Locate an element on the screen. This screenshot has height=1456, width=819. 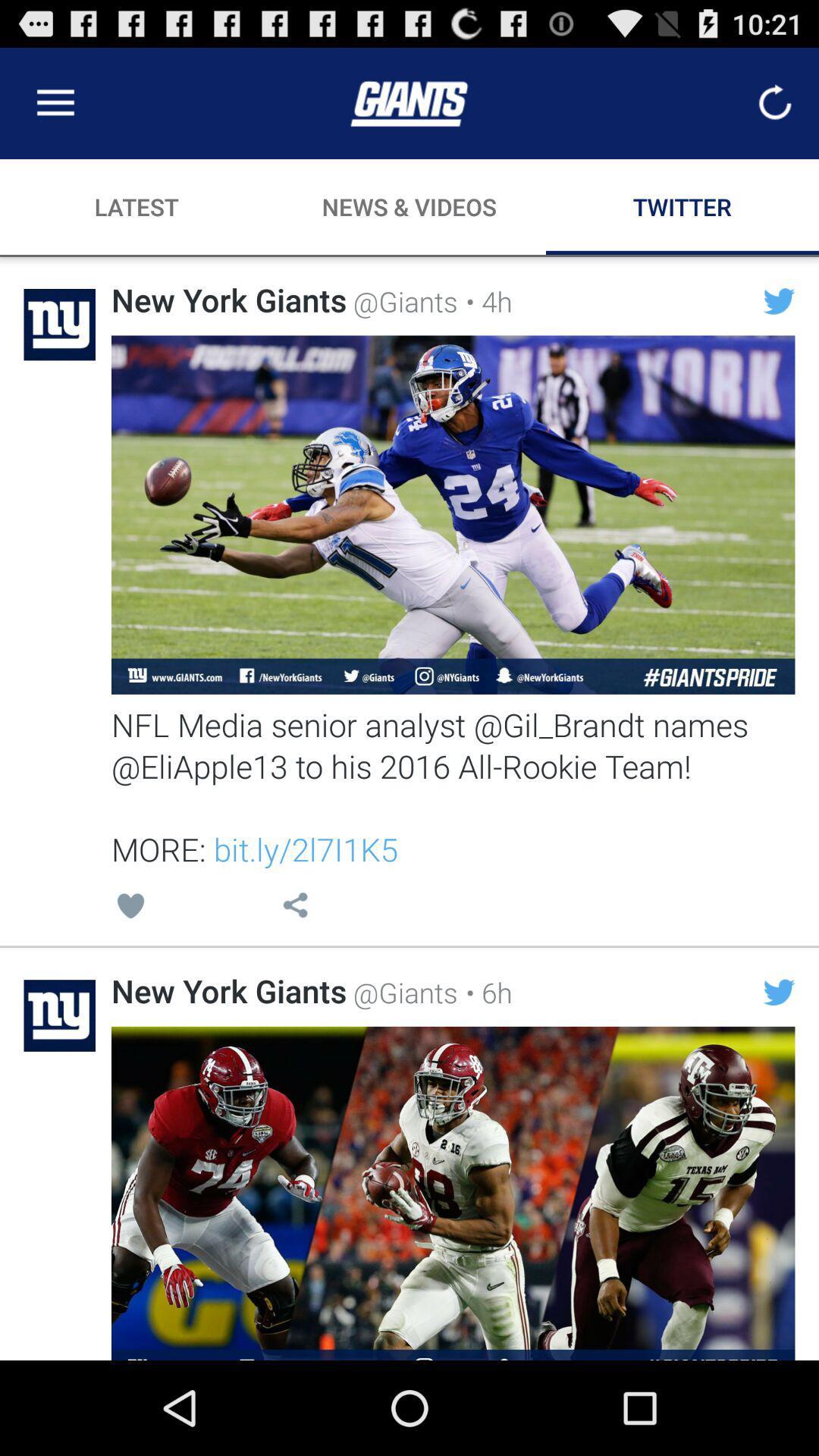
icon below nfl media senior icon is located at coordinates (485, 992).